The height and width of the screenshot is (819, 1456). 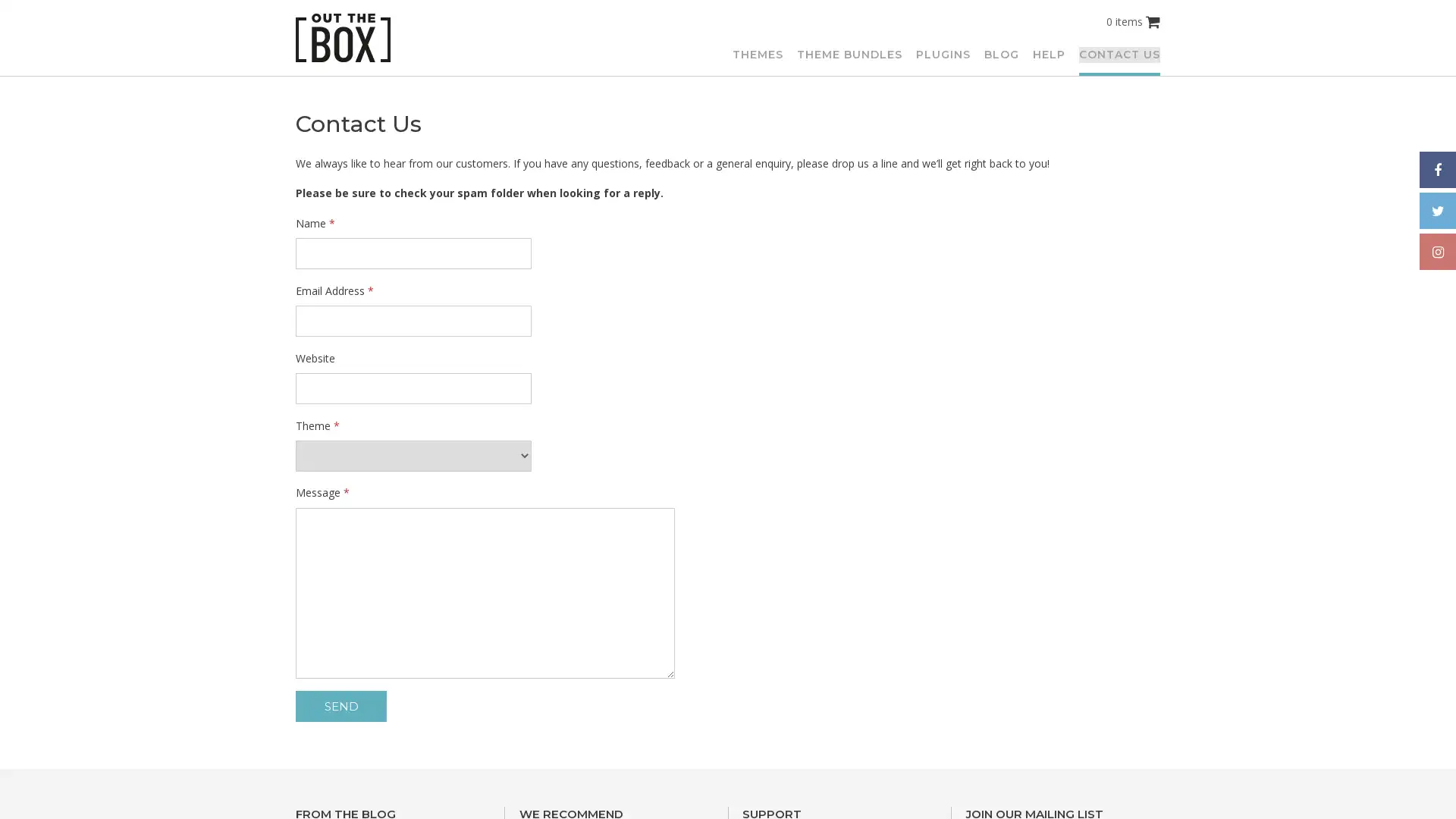 I want to click on Send, so click(x=340, y=706).